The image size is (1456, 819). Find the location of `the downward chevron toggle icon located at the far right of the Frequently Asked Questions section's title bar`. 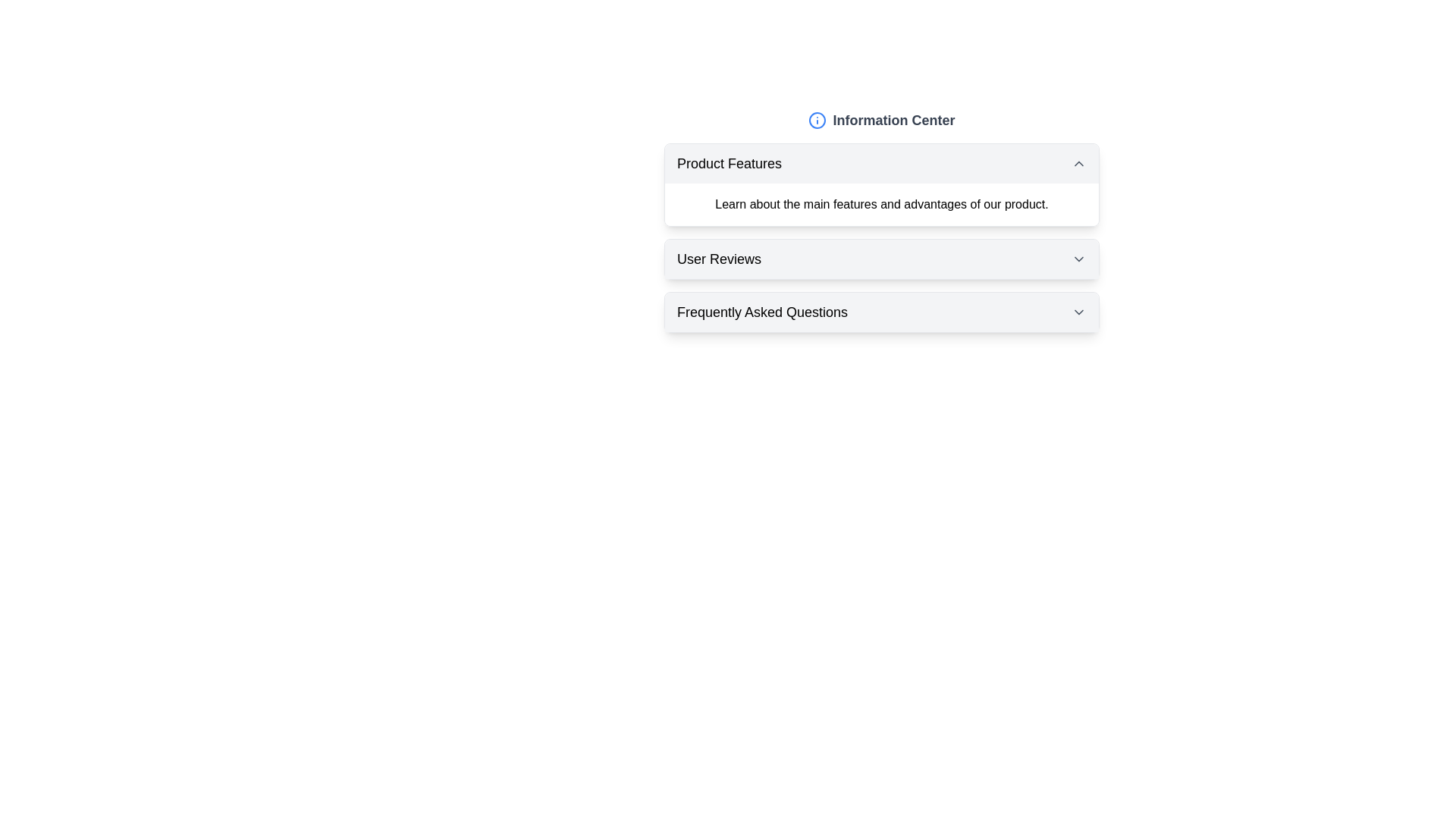

the downward chevron toggle icon located at the far right of the Frequently Asked Questions section's title bar is located at coordinates (1078, 312).